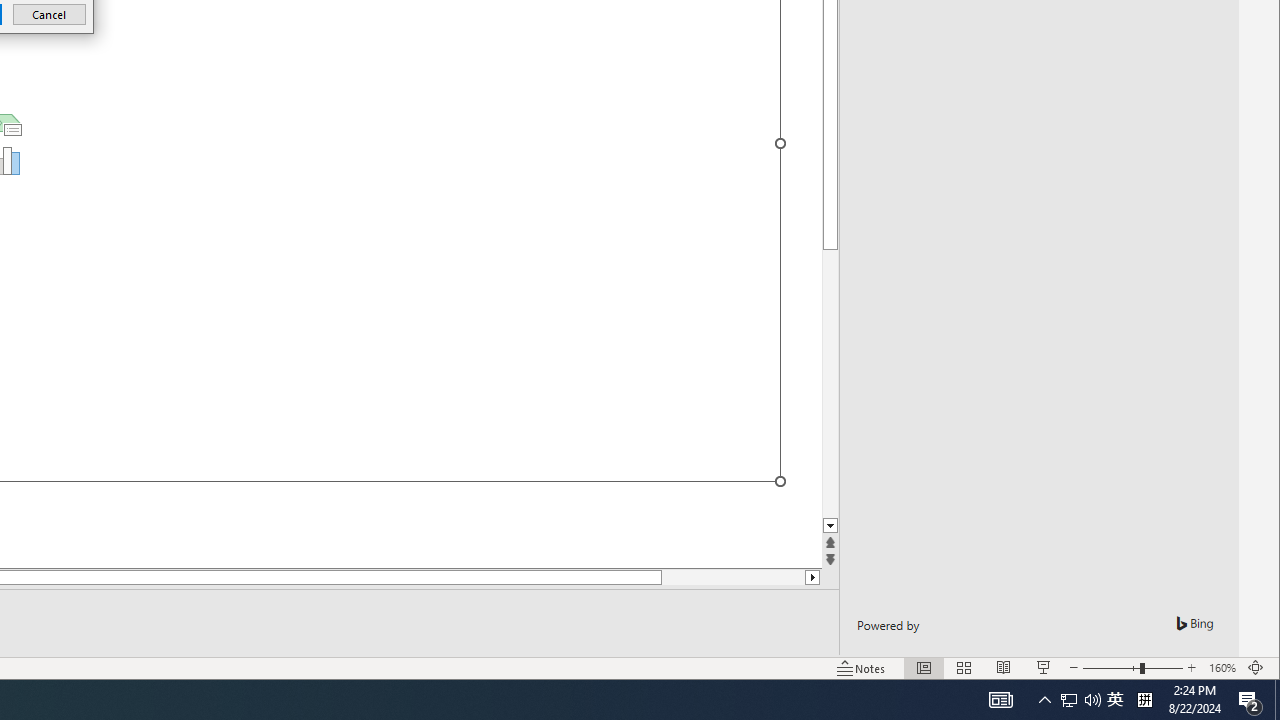  What do you see at coordinates (49, 14) in the screenshot?
I see `'Cancel'` at bounding box center [49, 14].